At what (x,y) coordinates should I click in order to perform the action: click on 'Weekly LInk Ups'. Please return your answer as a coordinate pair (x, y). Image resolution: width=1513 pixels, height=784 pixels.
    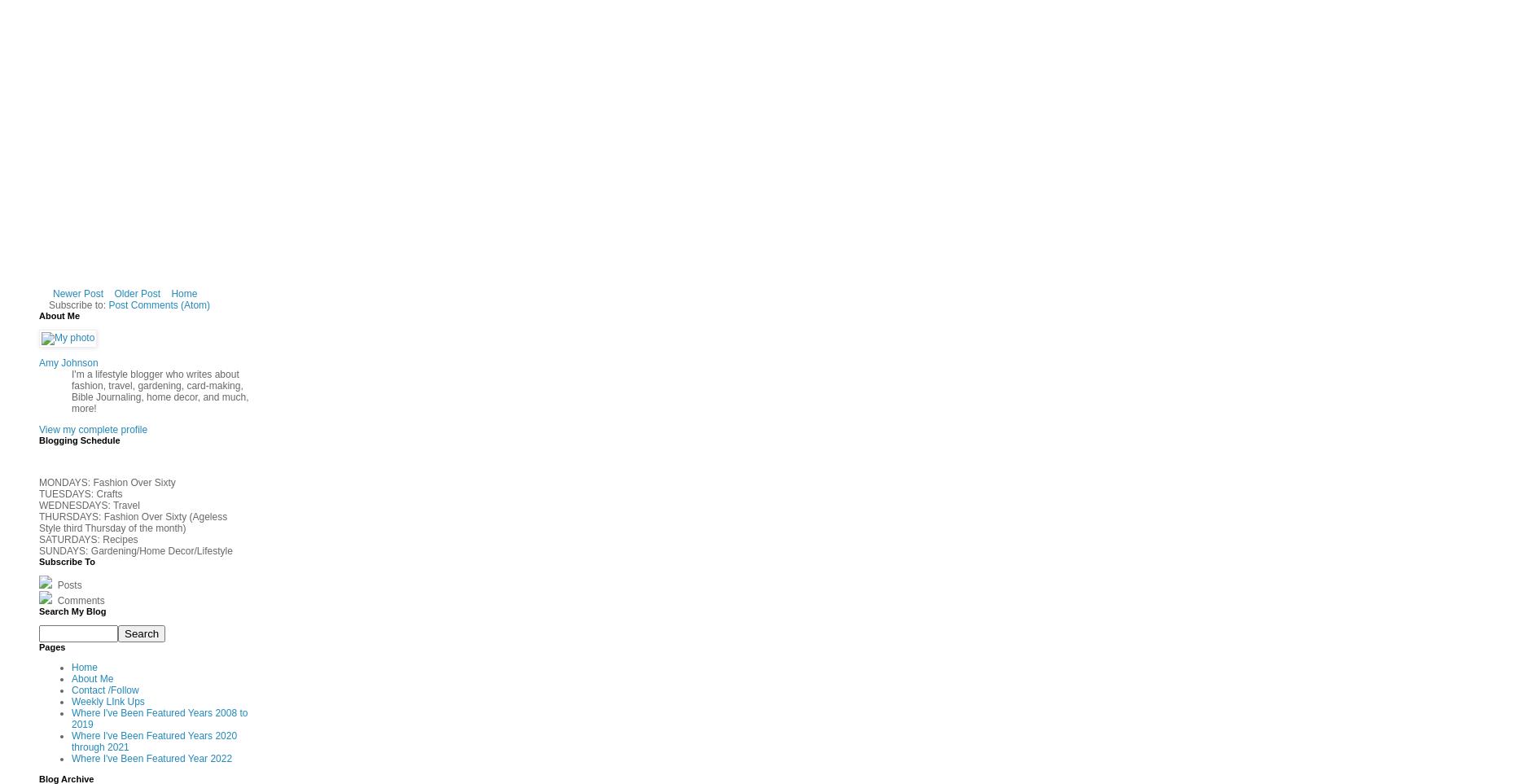
    Looking at the image, I should click on (107, 701).